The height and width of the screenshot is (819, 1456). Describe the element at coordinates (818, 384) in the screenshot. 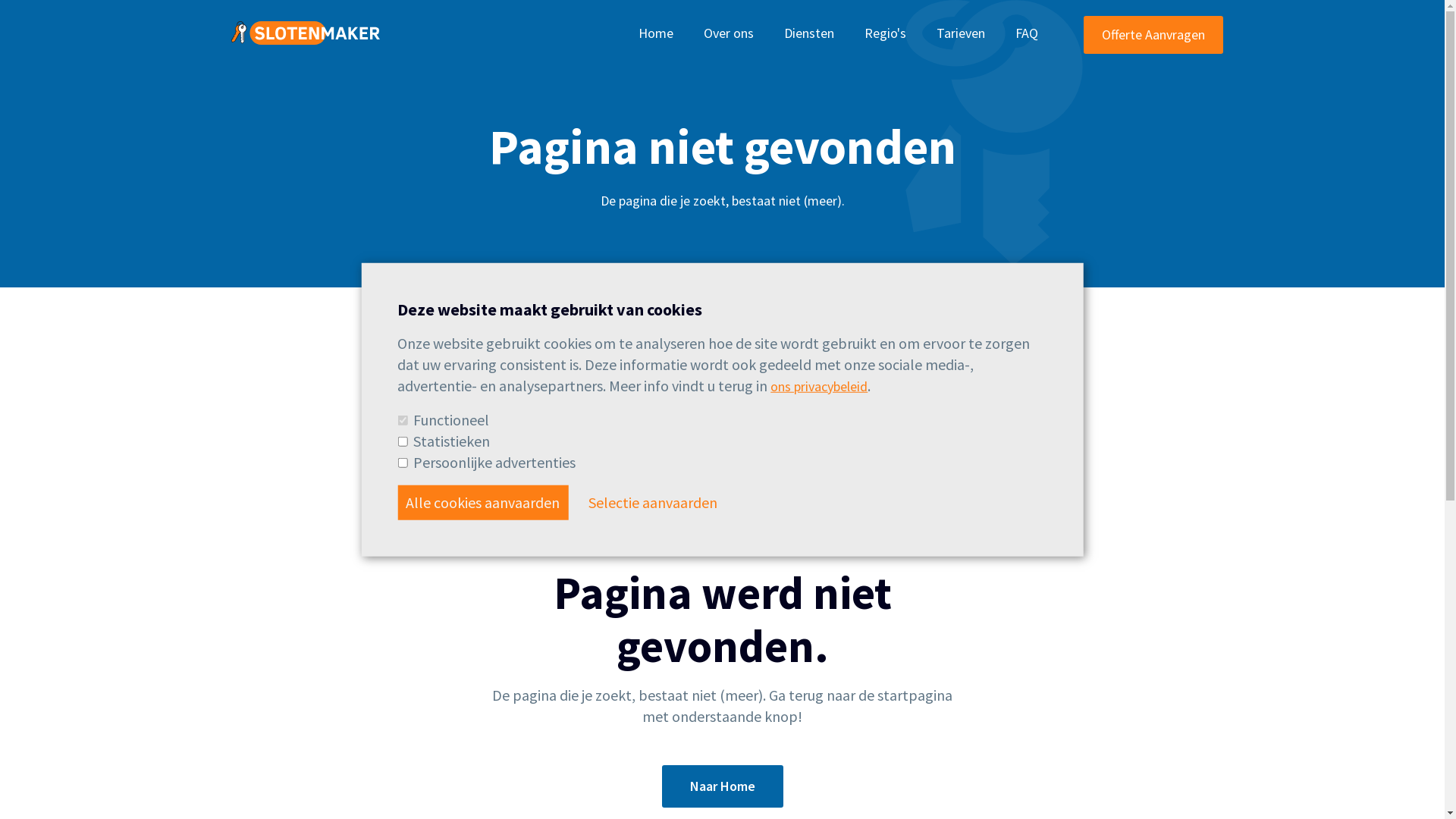

I see `'ons privacybeleid'` at that location.